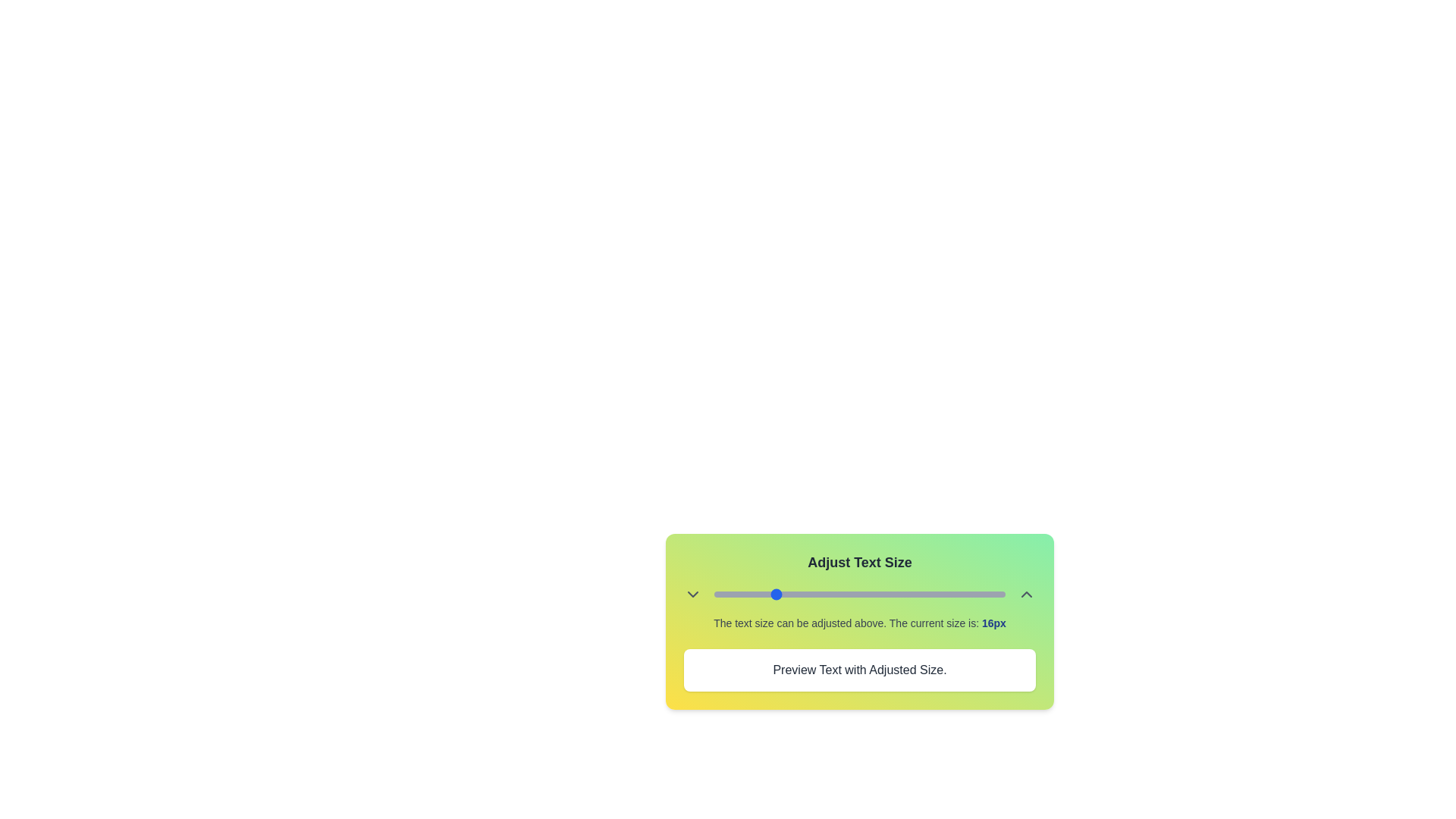 The image size is (1456, 819). I want to click on the text size to 17px using the slider, so click(780, 593).